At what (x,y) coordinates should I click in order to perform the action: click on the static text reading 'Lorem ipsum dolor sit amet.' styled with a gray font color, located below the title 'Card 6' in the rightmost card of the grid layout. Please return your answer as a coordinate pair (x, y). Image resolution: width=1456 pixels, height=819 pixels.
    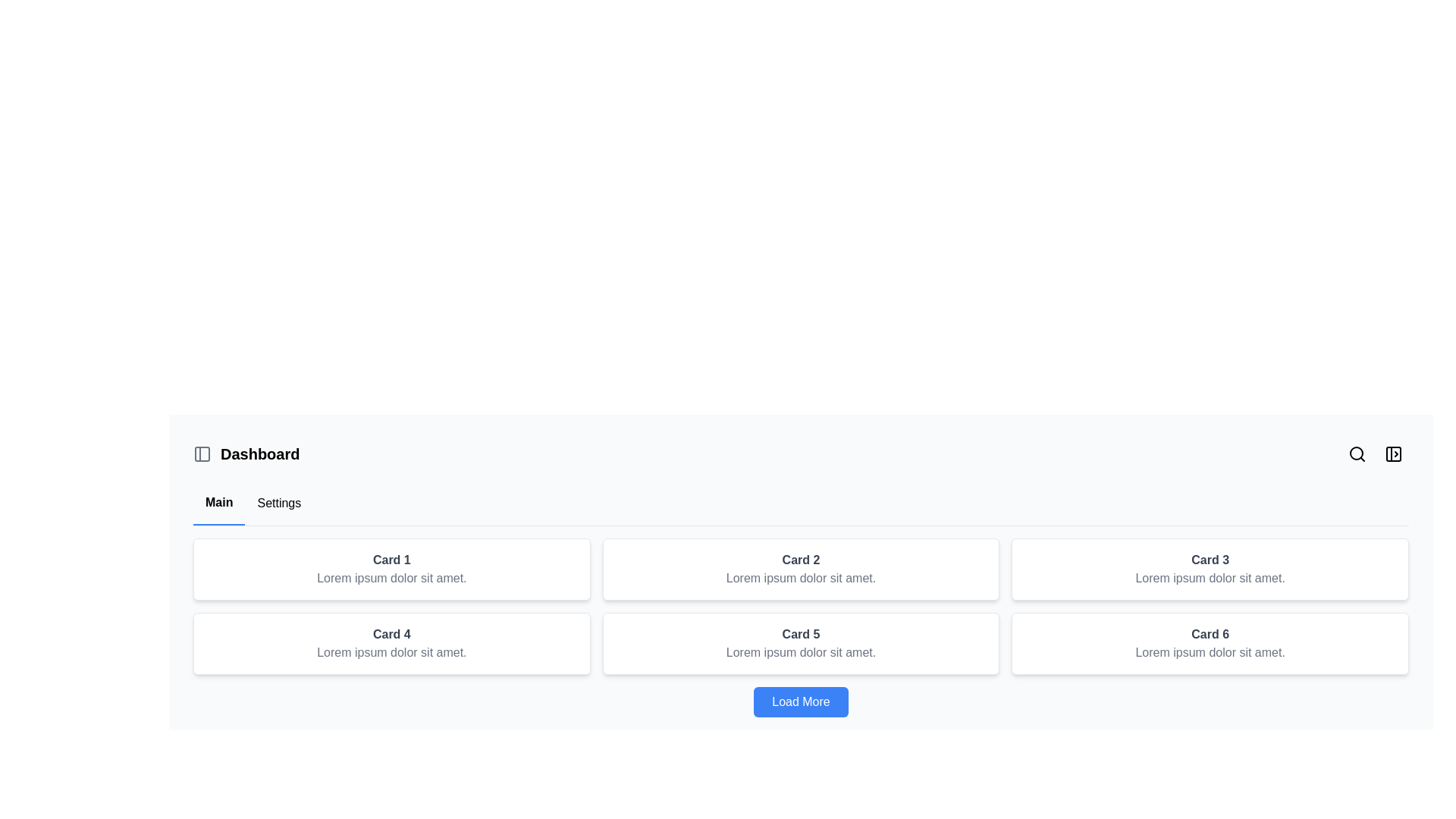
    Looking at the image, I should click on (1210, 651).